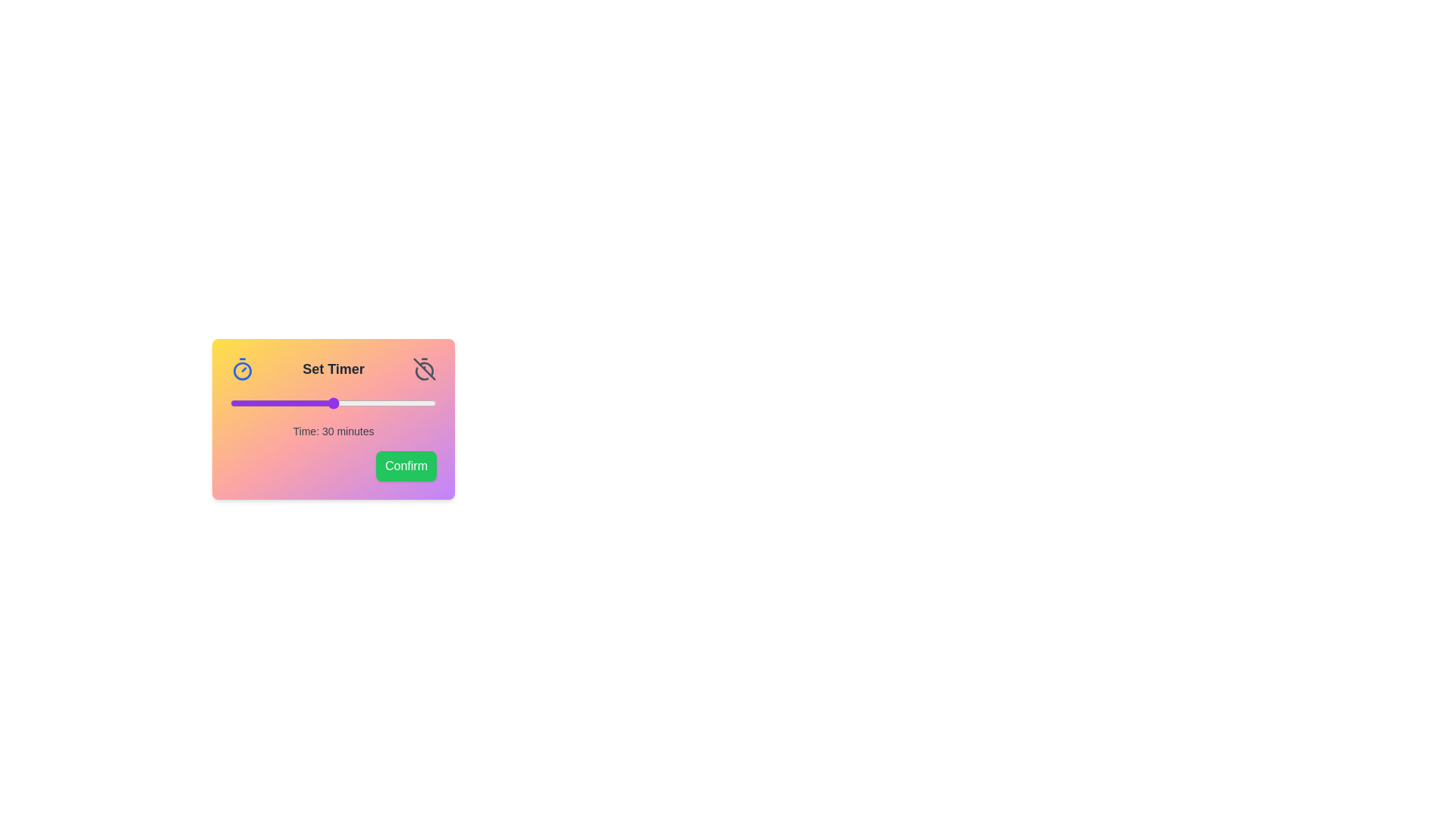 Image resolution: width=1456 pixels, height=819 pixels. I want to click on the slider to the desired time value 5 minutes, so click(247, 403).